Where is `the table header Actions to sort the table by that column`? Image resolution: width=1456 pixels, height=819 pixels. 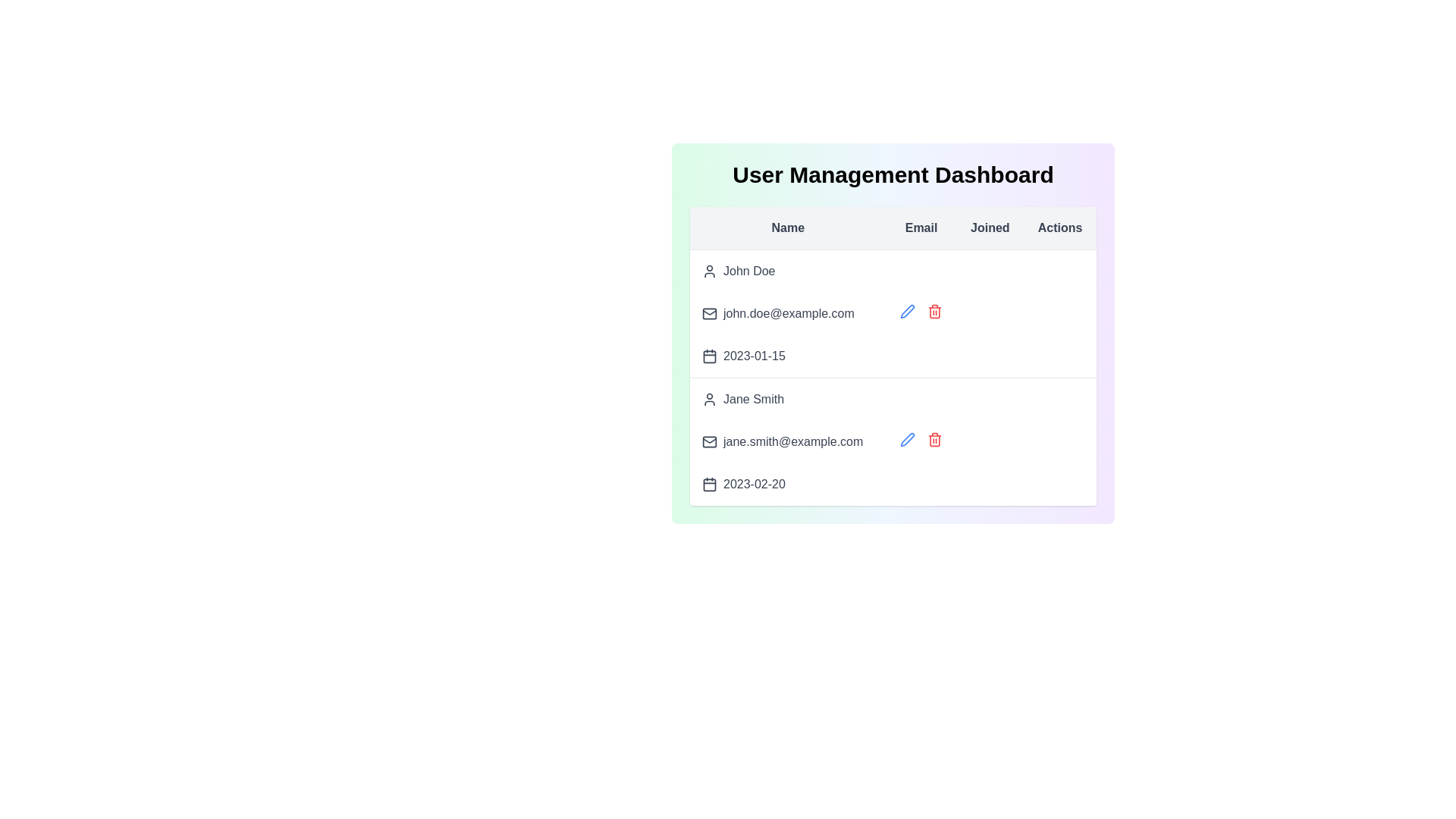
the table header Actions to sort the table by that column is located at coordinates (1059, 227).